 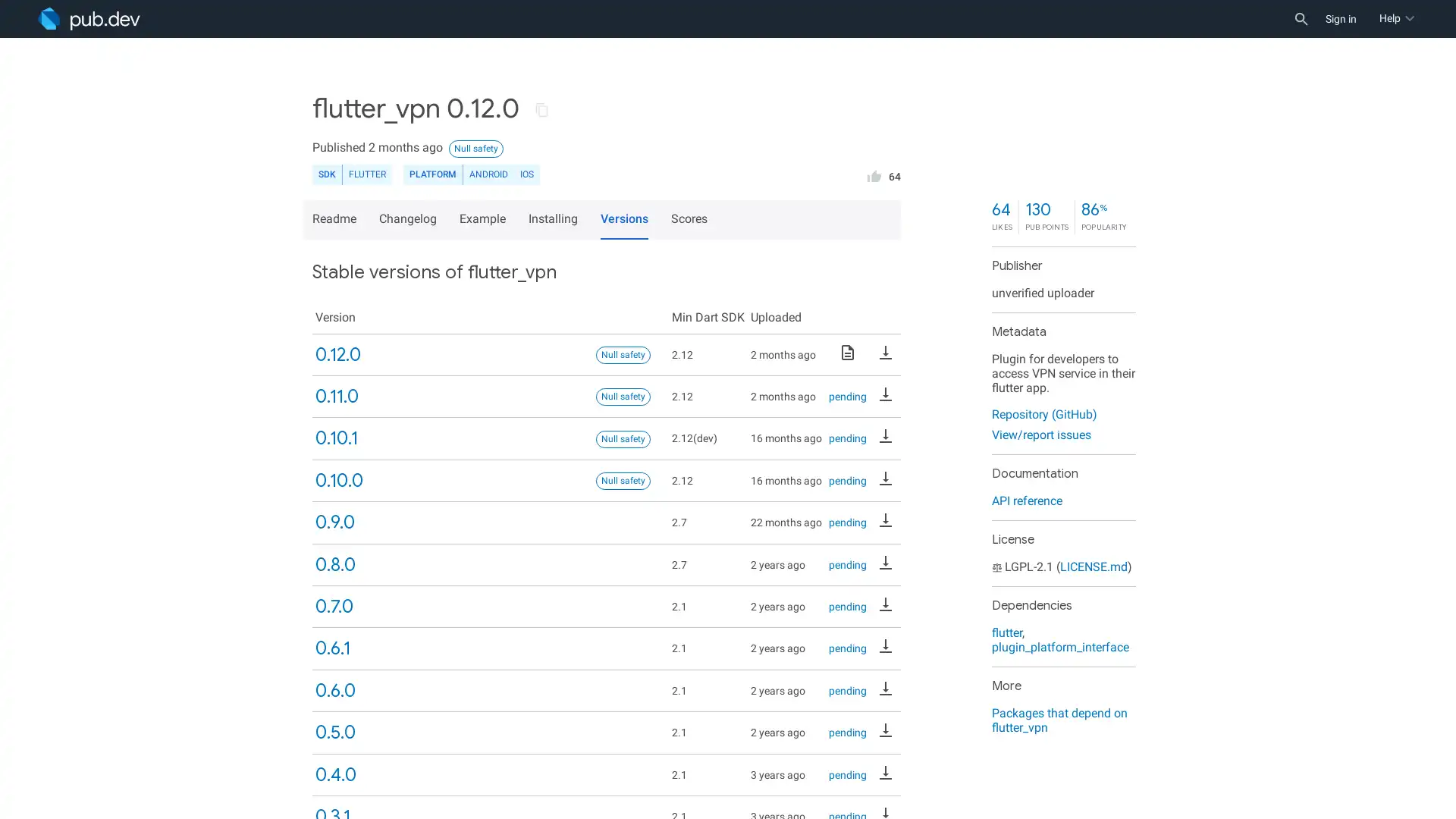 I want to click on Like this package, so click(x=874, y=174).